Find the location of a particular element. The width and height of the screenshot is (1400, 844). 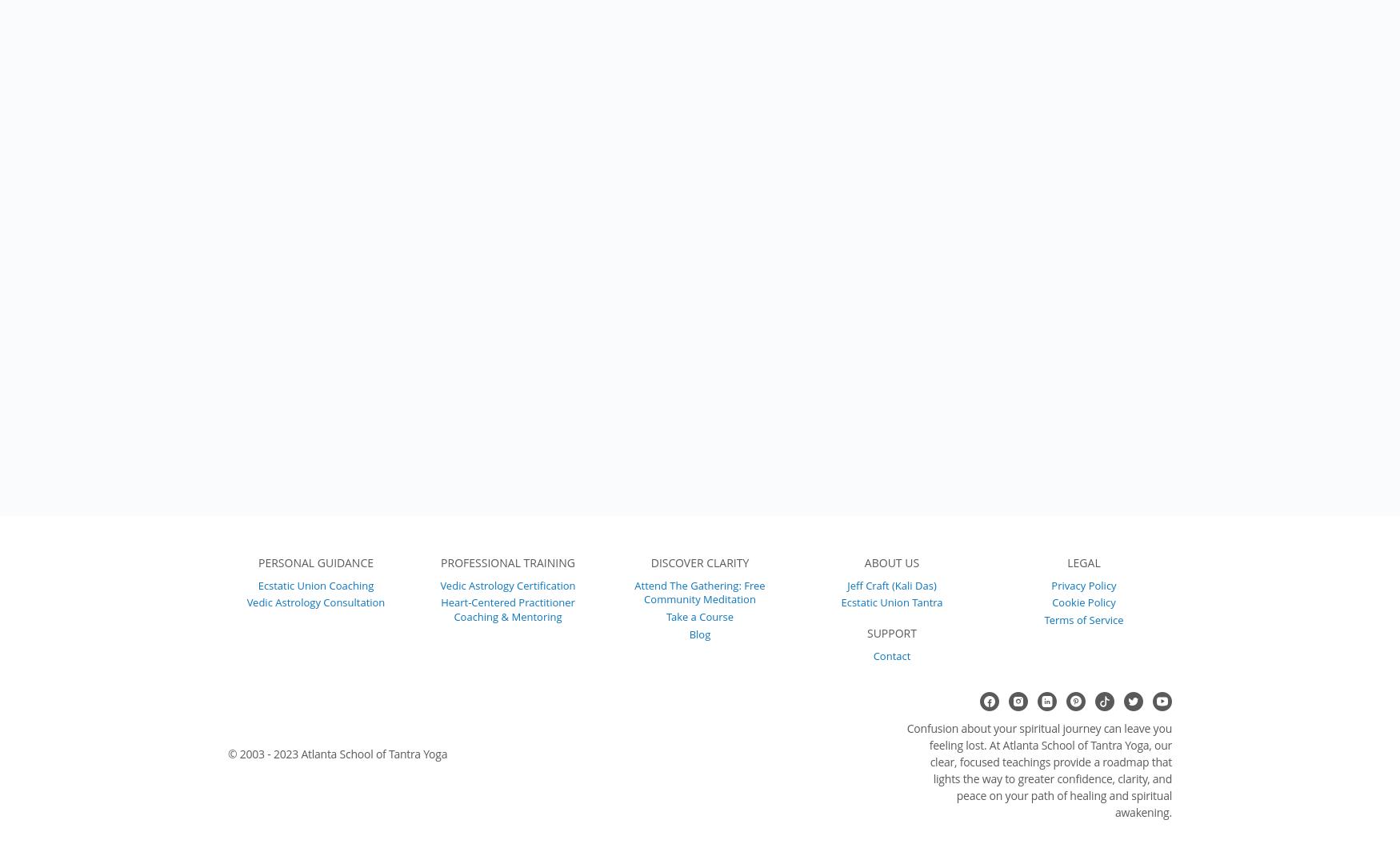

'LEGAL' is located at coordinates (1083, 562).